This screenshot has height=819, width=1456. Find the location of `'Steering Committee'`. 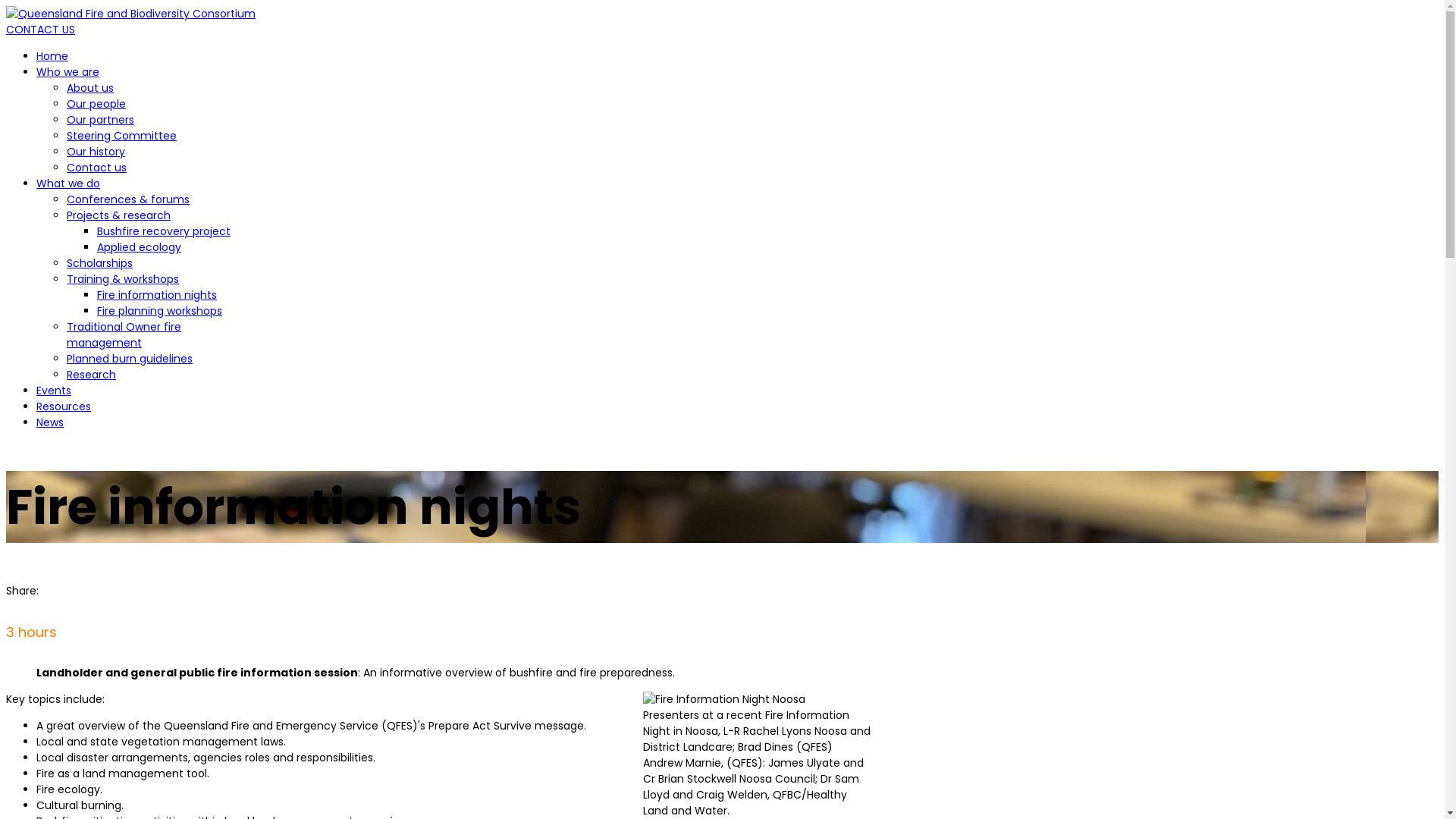

'Steering Committee' is located at coordinates (121, 134).